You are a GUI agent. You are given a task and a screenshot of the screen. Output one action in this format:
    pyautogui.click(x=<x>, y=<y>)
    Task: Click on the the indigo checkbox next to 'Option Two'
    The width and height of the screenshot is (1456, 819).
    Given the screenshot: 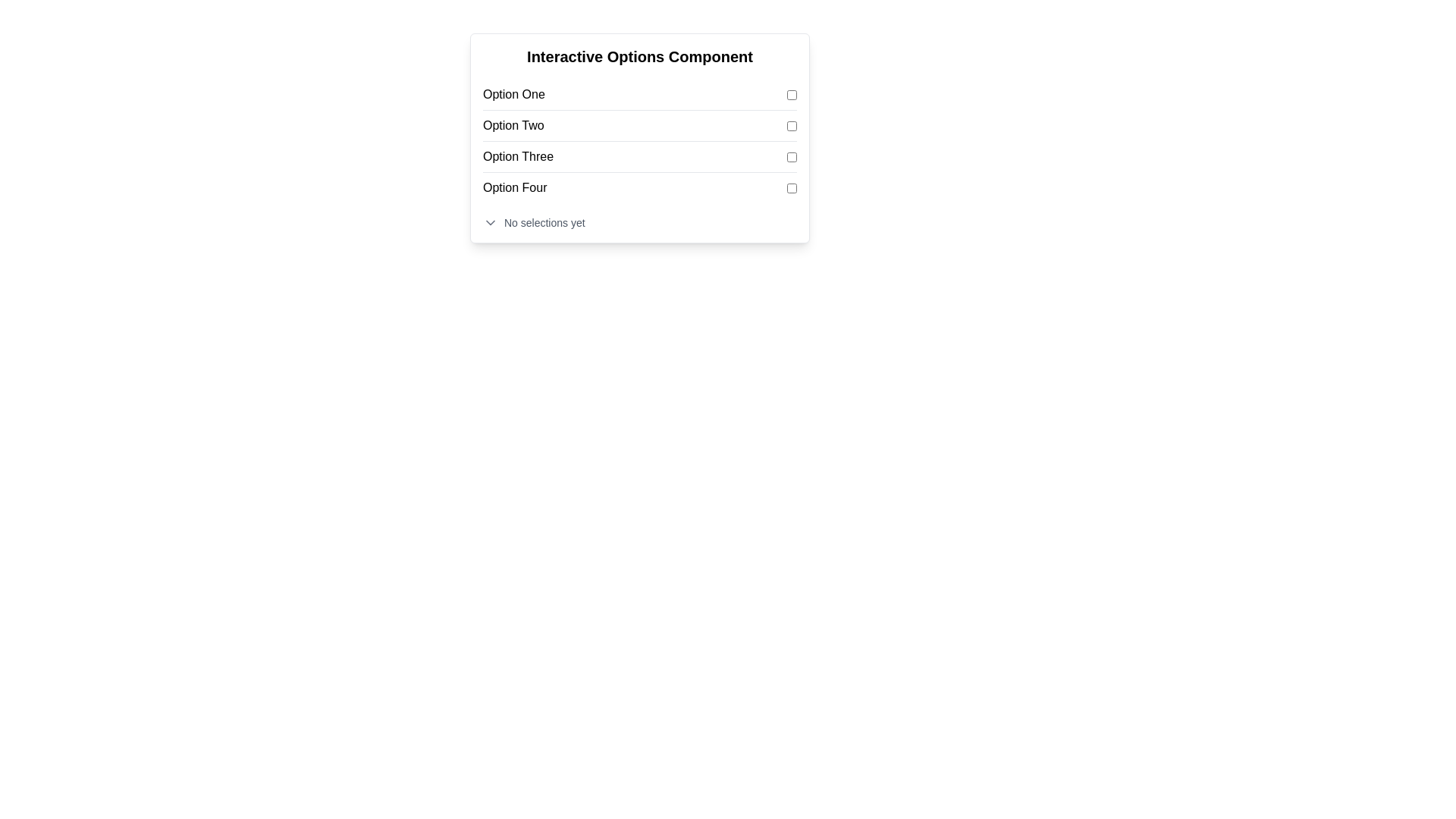 What is the action you would take?
    pyautogui.click(x=791, y=124)
    